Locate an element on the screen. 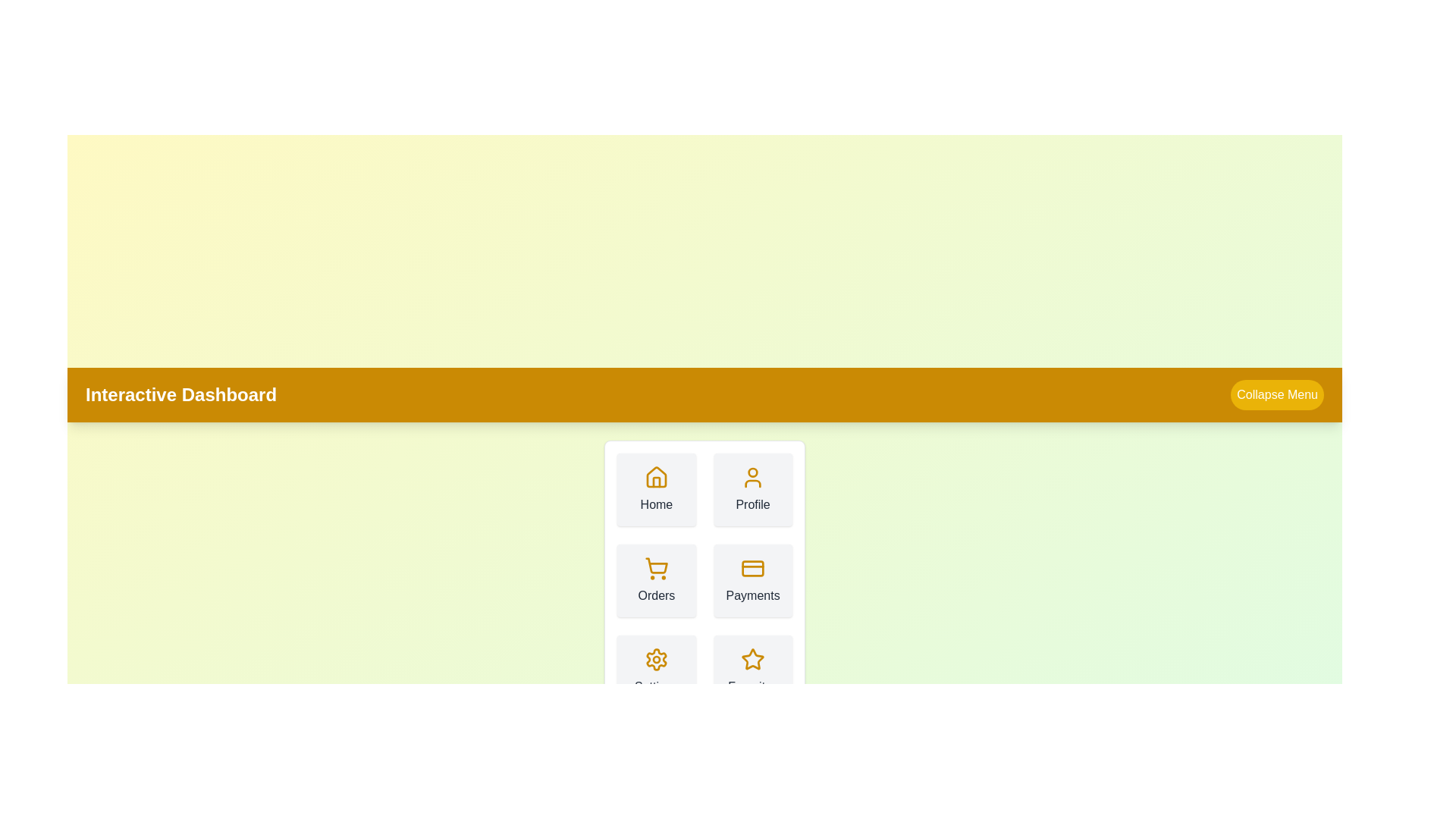  the 'Profile' button in the menu is located at coordinates (753, 489).